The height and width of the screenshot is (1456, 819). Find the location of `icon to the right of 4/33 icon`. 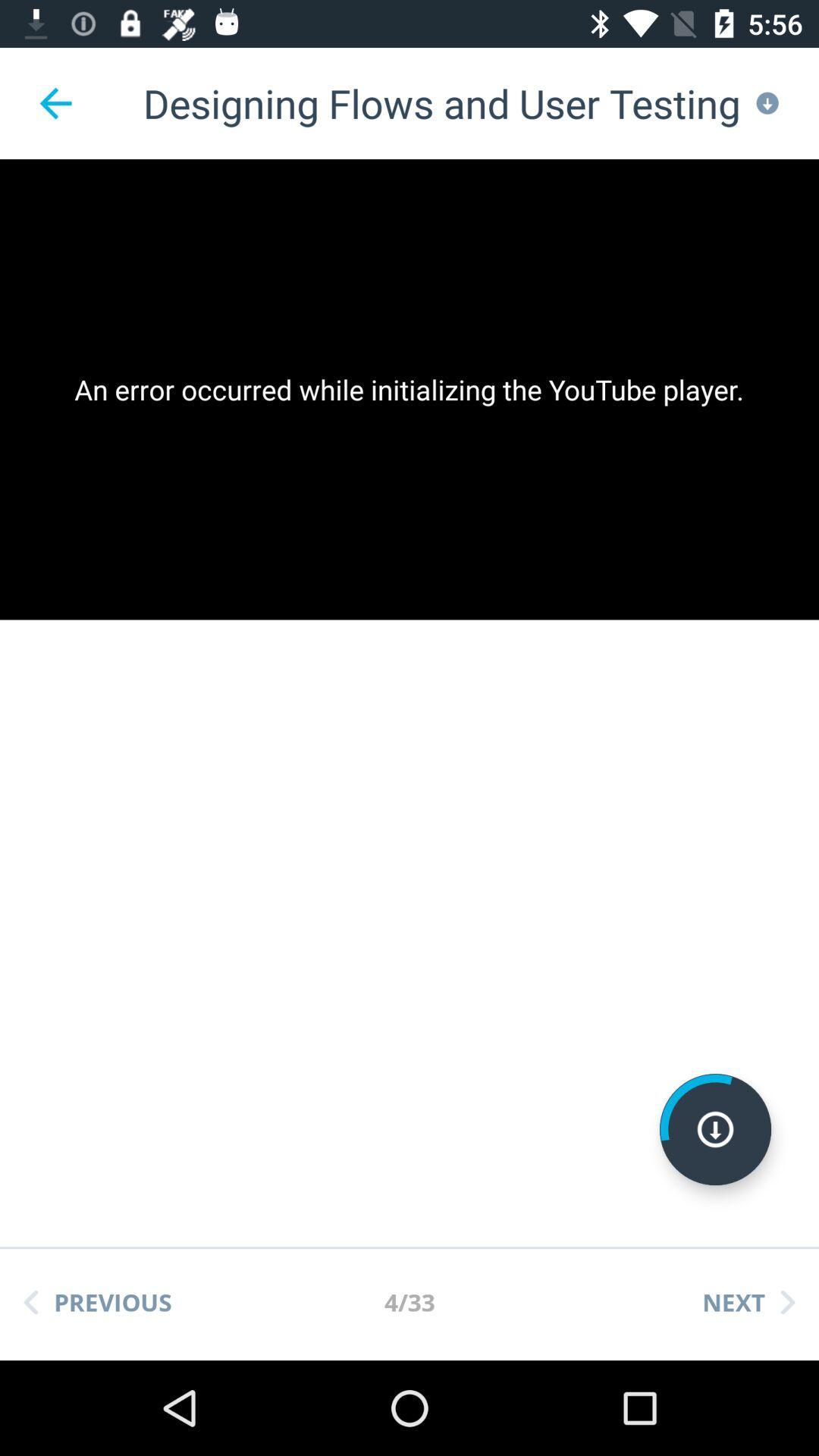

icon to the right of 4/33 icon is located at coordinates (748, 1301).